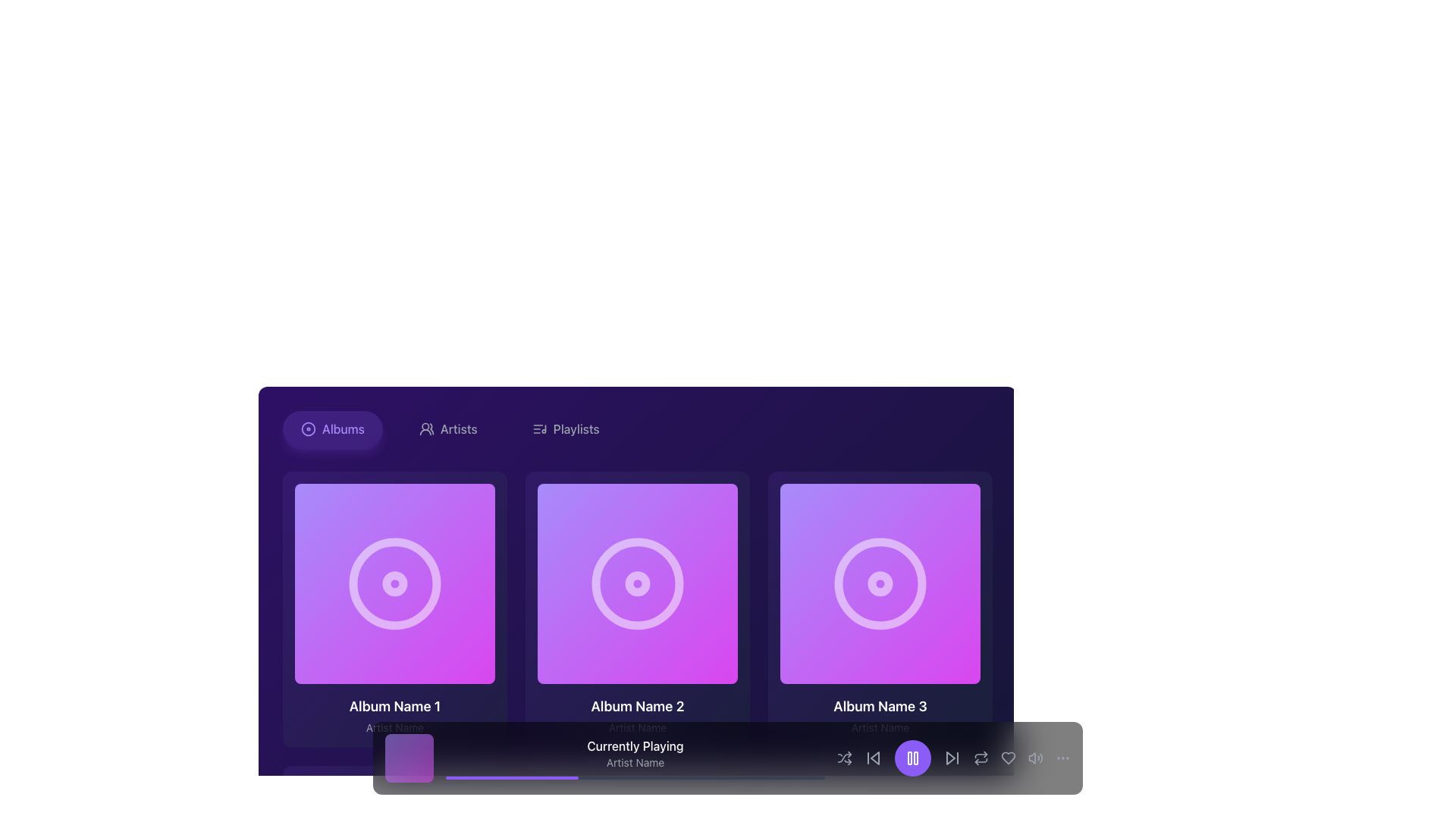 The image size is (1456, 819). What do you see at coordinates (880, 583) in the screenshot?
I see `the clickable interactive media object representing the album cover` at bounding box center [880, 583].